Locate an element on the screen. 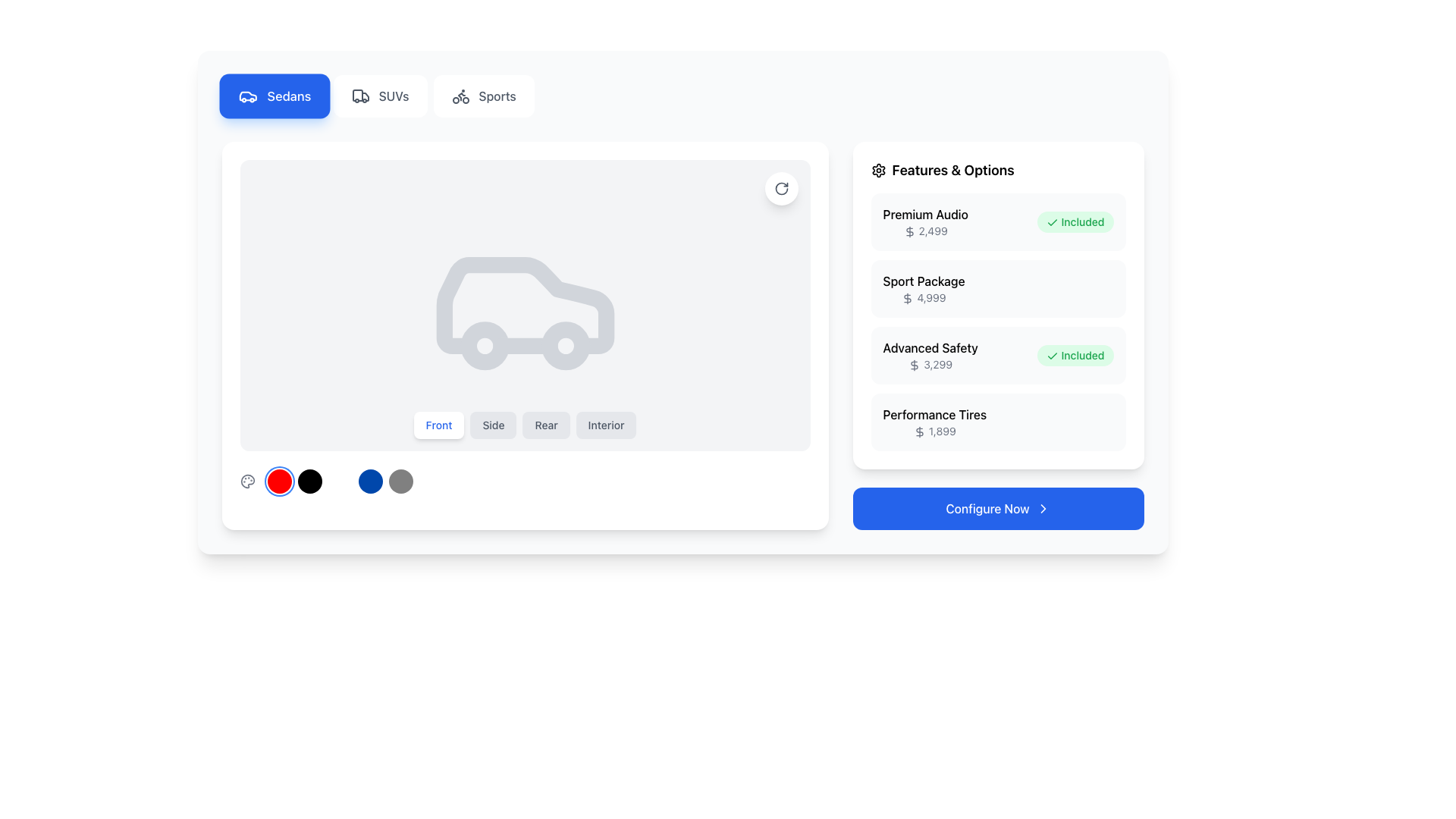 This screenshot has width=1456, height=819. the dollar sign SVG graphic located in the 'Performance Tires' section of the 'Features & Options' panel, which is styled with a thin stroke and positioned to the left of the price '1,899' is located at coordinates (918, 432).